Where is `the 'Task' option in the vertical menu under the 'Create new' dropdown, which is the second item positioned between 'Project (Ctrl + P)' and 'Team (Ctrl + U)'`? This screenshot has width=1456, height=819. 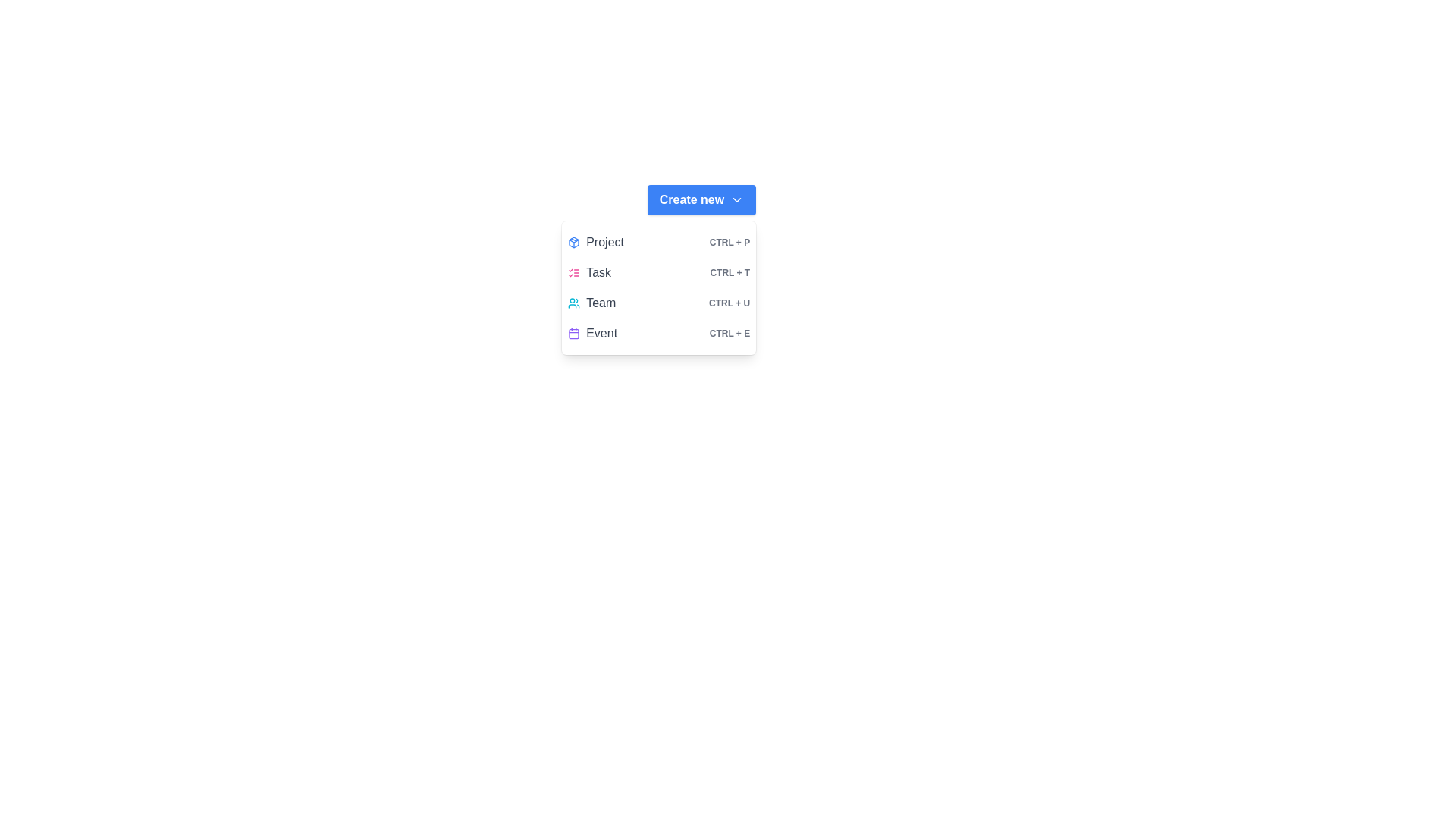
the 'Task' option in the vertical menu under the 'Create new' dropdown, which is the second item positioned between 'Project (Ctrl + P)' and 'Team (Ctrl + U)' is located at coordinates (659, 271).